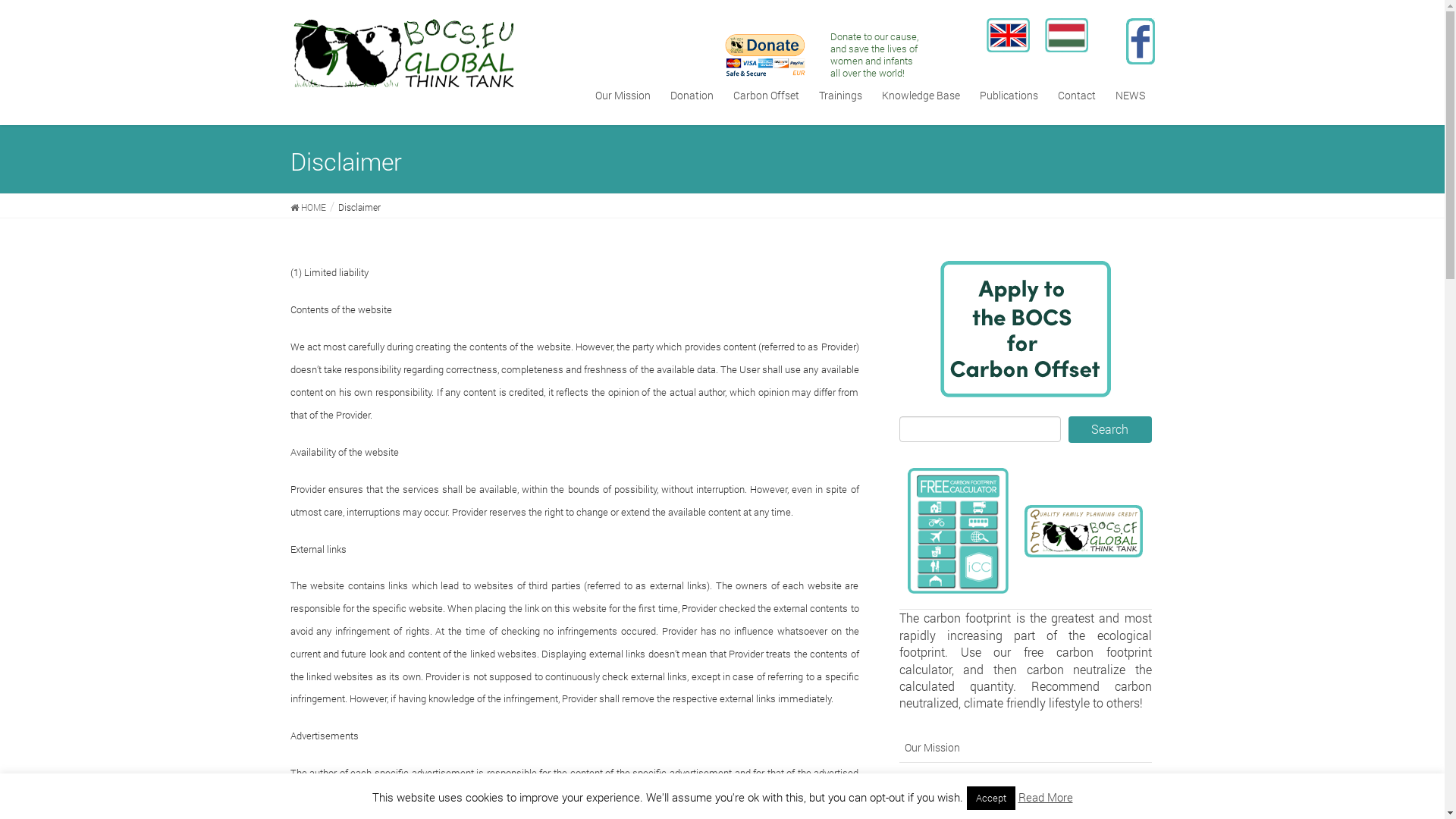  Describe the element at coordinates (1025, 745) in the screenshot. I see `'Our Mission'` at that location.